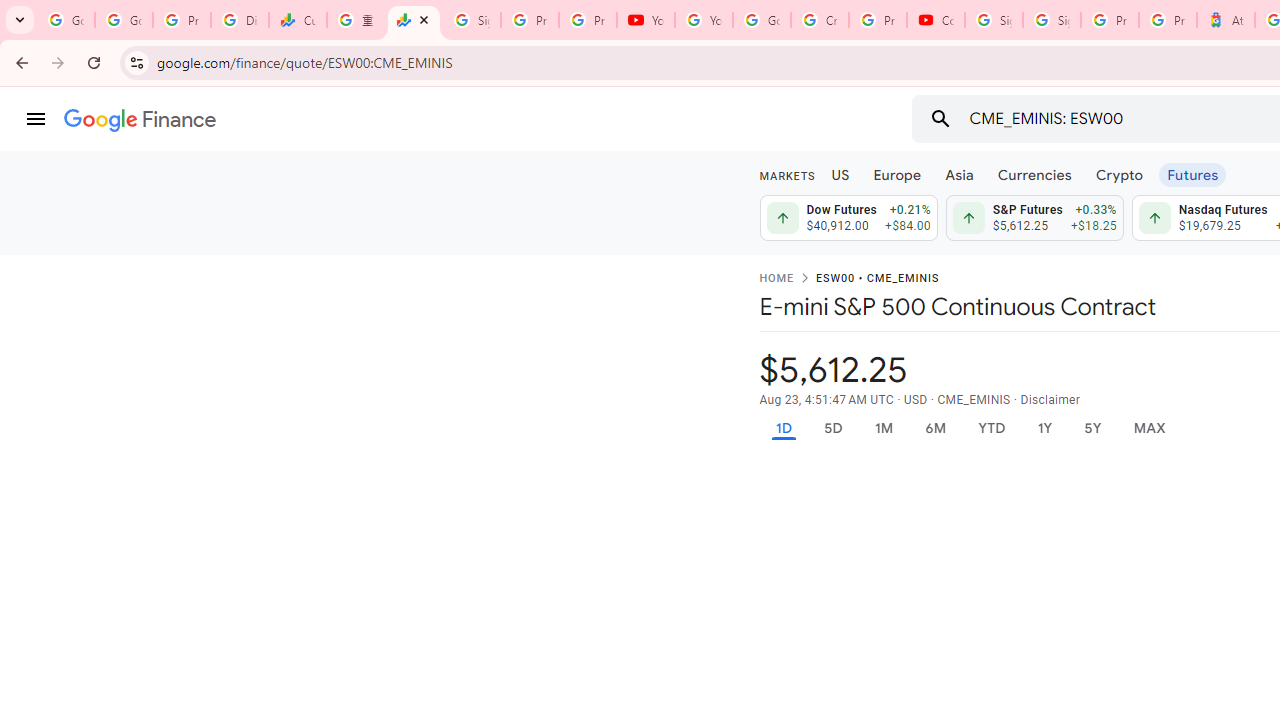 The width and height of the screenshot is (1280, 720). What do you see at coordinates (65, 20) in the screenshot?
I see `'Google Workspace Admin Community'` at bounding box center [65, 20].